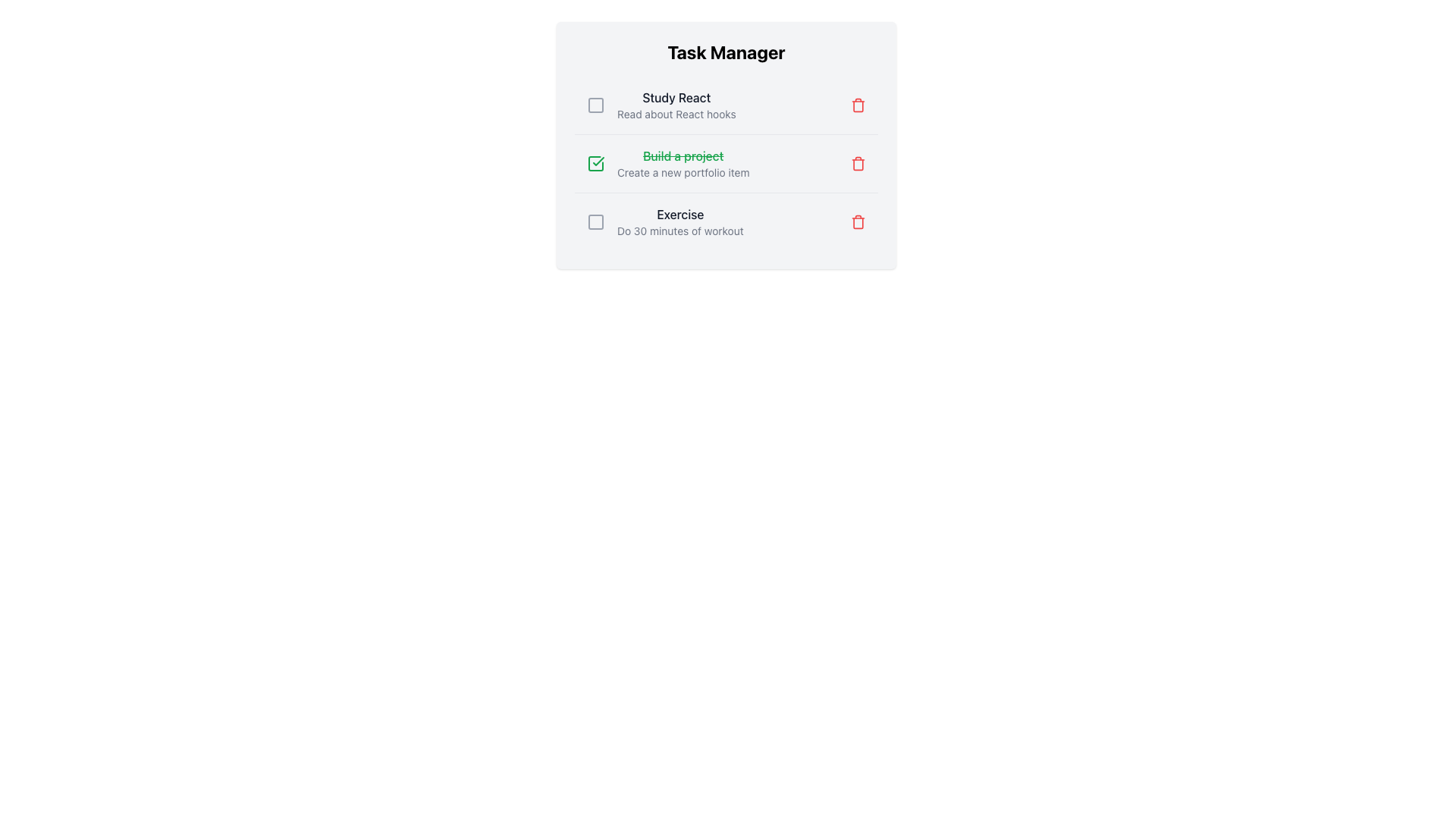 The width and height of the screenshot is (1456, 819). What do you see at coordinates (595, 164) in the screenshot?
I see `the SVG vector graphic icon representing task completion status next to 'Build a project' in the Task Manager checklist` at bounding box center [595, 164].